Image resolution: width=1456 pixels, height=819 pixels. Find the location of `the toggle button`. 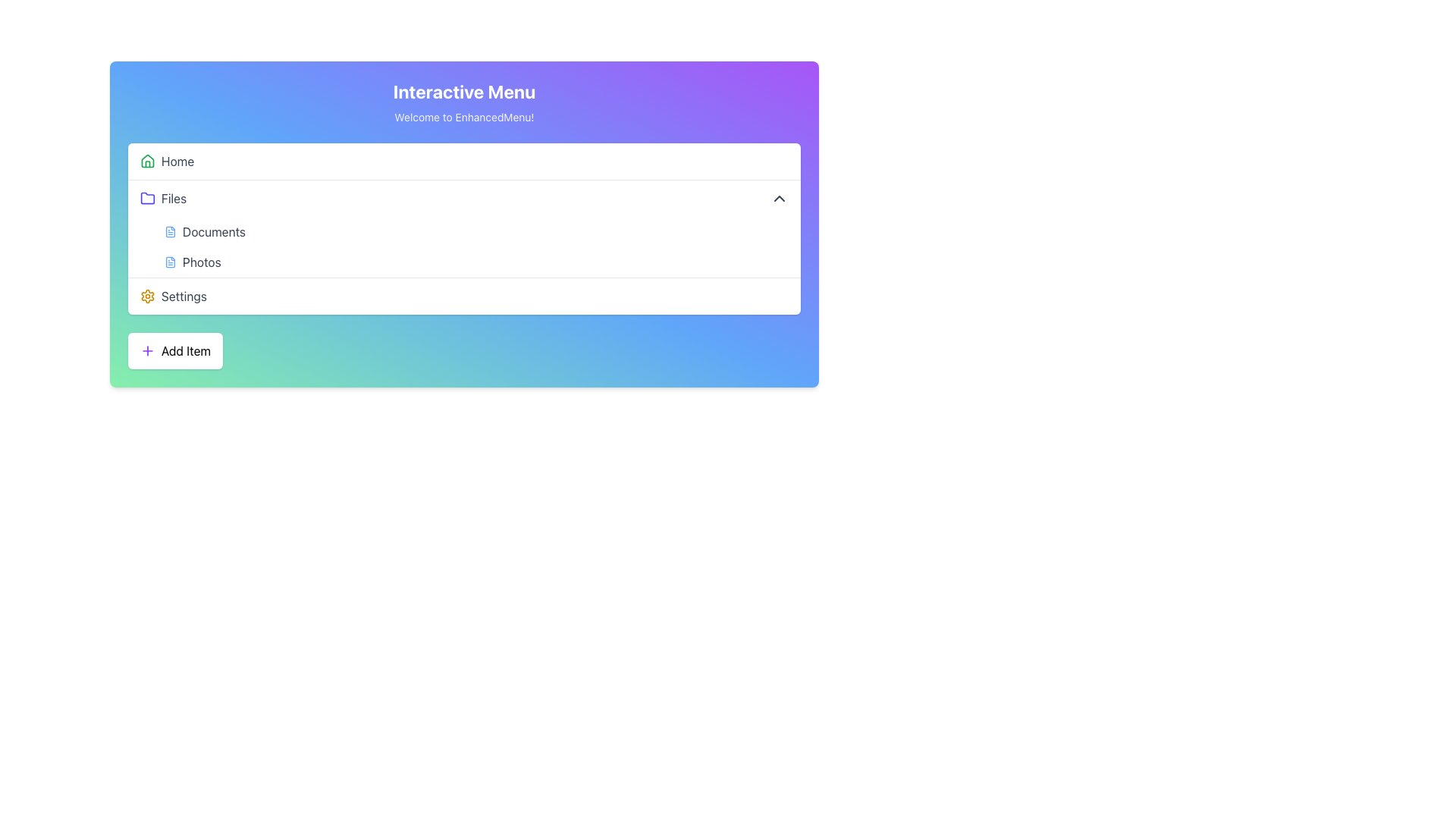

the toggle button is located at coordinates (463, 198).